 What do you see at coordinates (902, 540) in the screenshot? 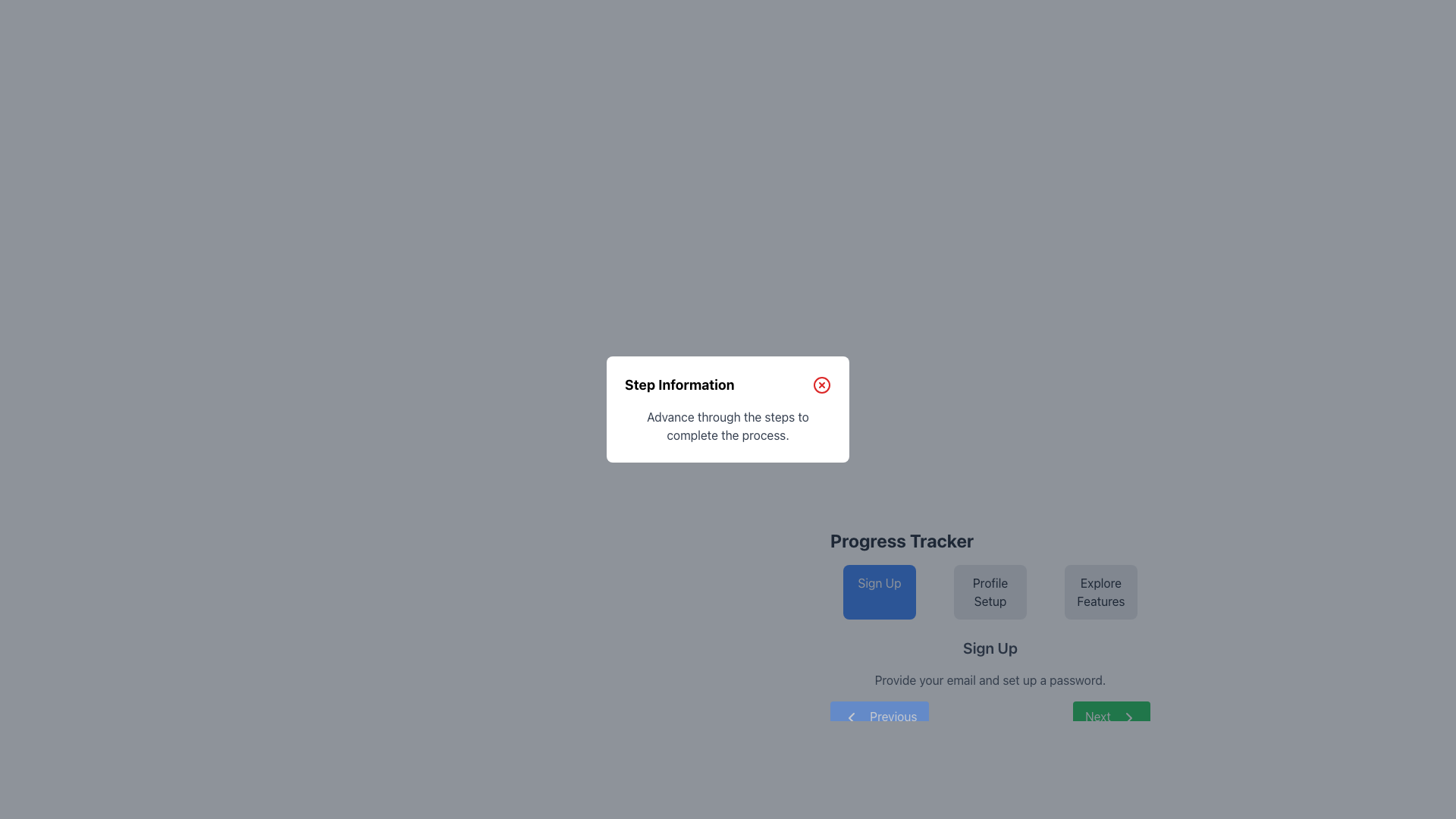
I see `Text Label that serves as the title or header indicating the current section of the interface related to tracking progress, located in the top-right quadrant above the buttons 'Sign Up', 'Profile Setup', and 'Explore Features'` at bounding box center [902, 540].